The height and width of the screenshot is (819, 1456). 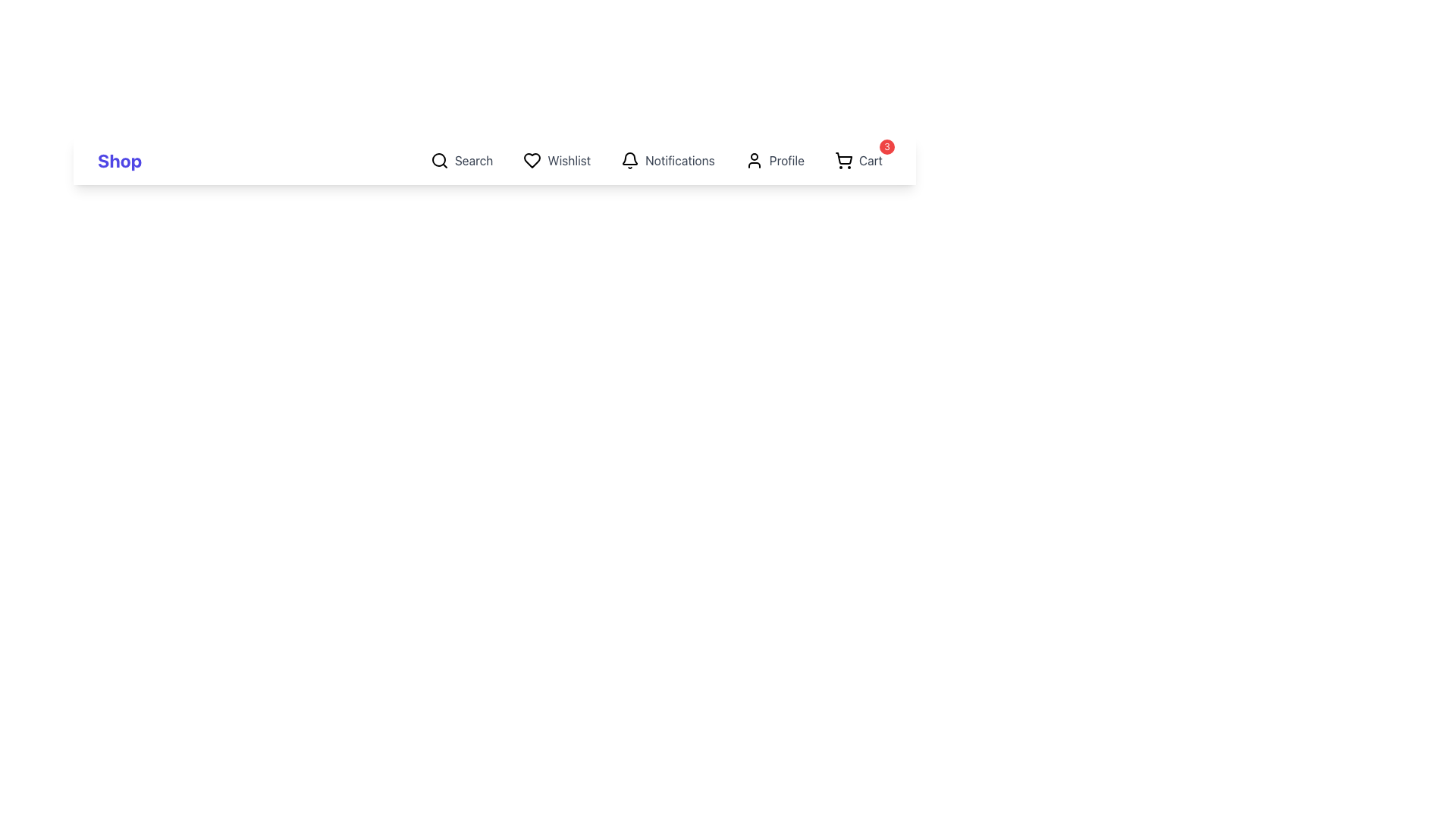 I want to click on the 'Wishlist' text label in the navigation bar, which is located to the right of the heart icon and highlights on hover, so click(x=568, y=161).